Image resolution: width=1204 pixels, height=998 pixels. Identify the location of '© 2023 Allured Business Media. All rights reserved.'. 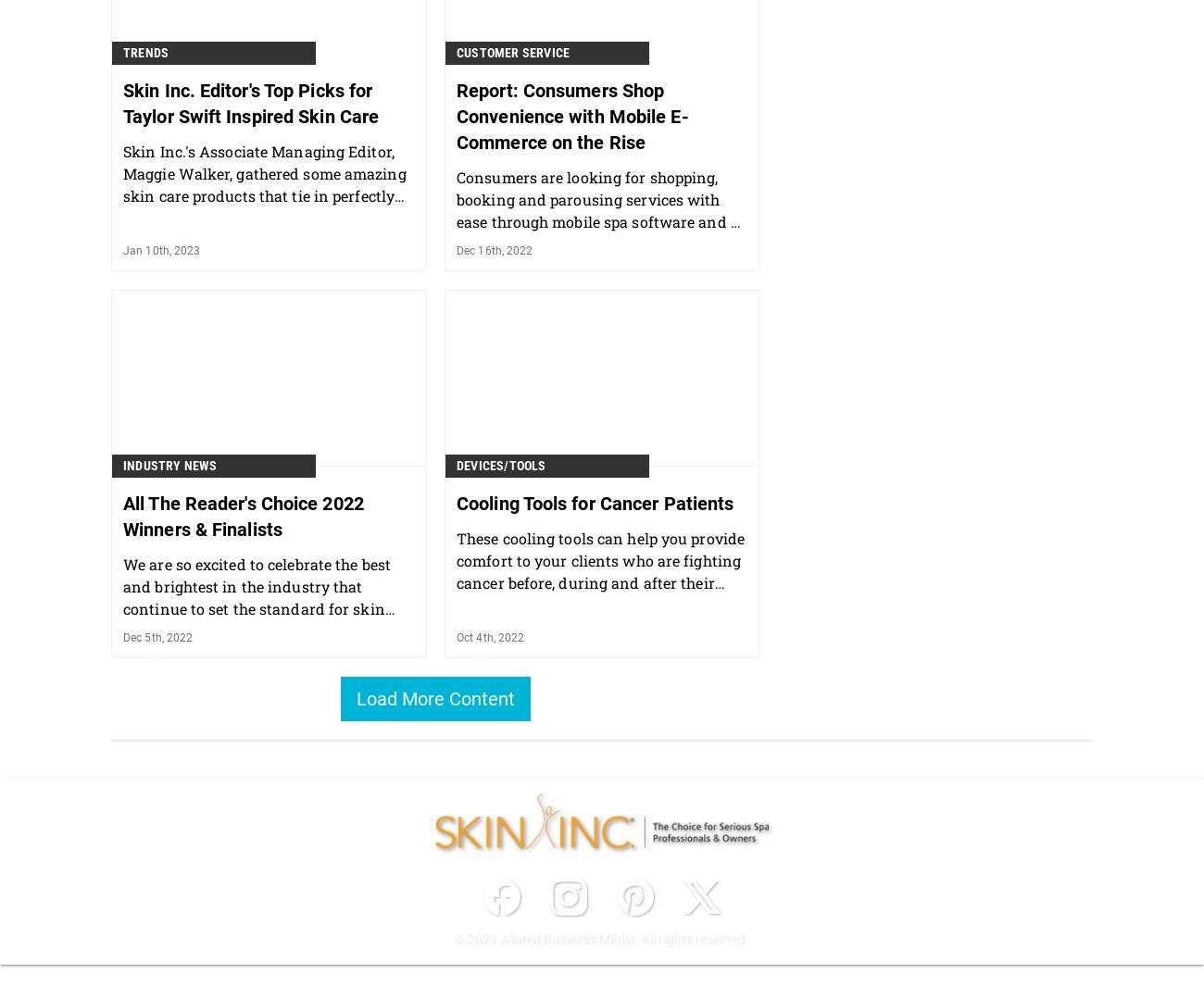
(601, 937).